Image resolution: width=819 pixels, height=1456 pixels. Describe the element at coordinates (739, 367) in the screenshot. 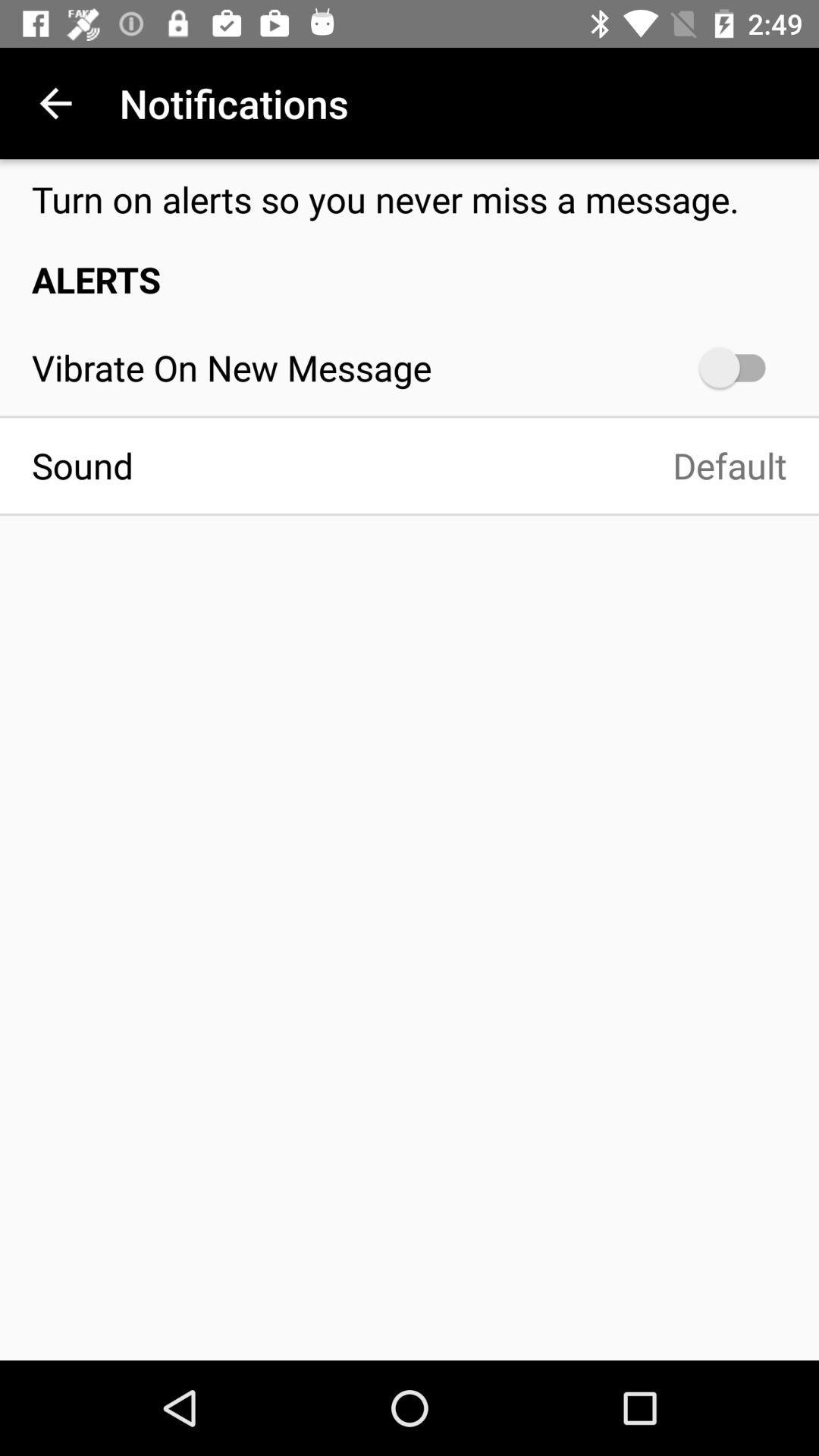

I see `the icon at the top right corner` at that location.